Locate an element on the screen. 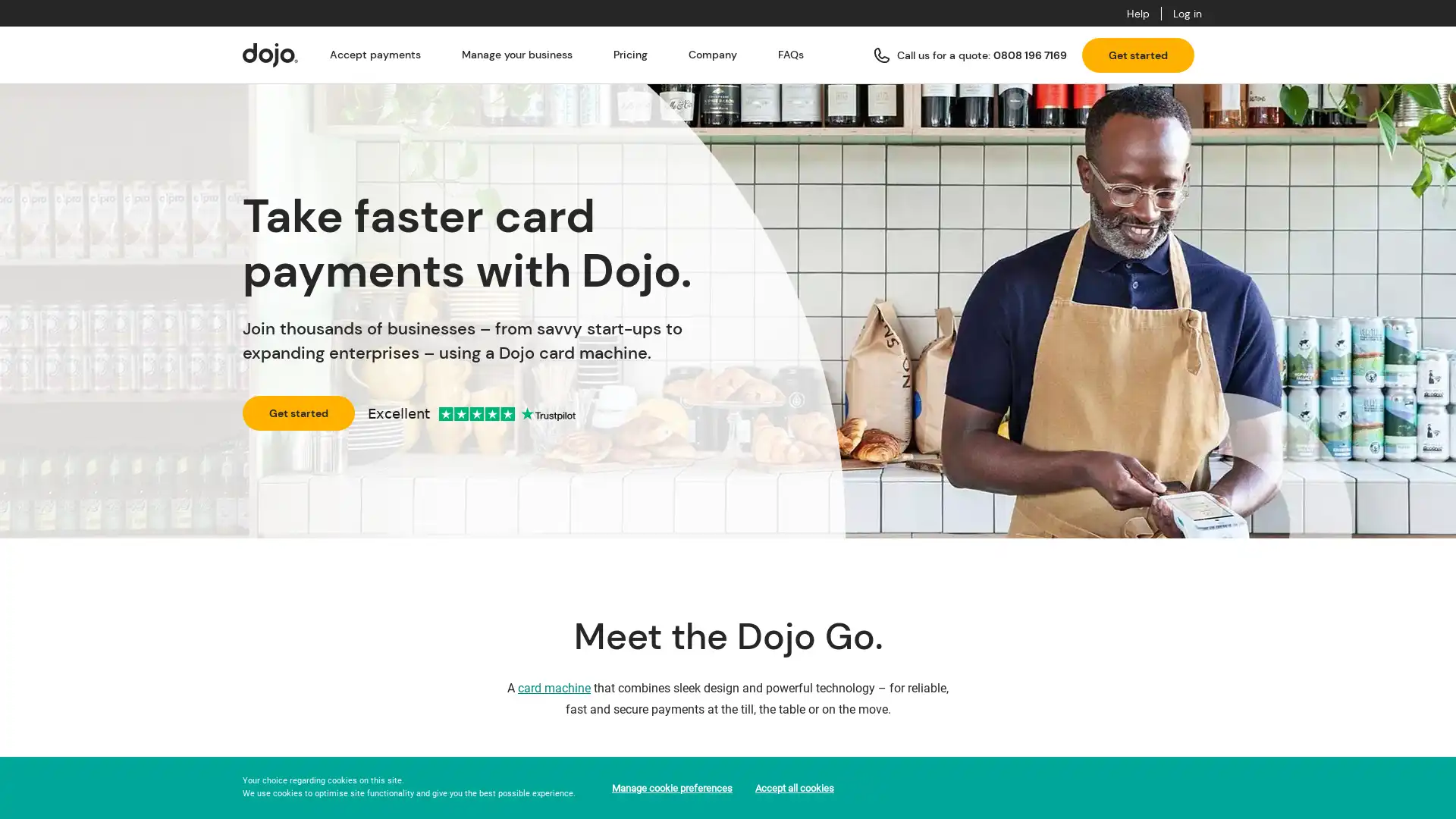  Manage cookie preferences is located at coordinates (671, 786).